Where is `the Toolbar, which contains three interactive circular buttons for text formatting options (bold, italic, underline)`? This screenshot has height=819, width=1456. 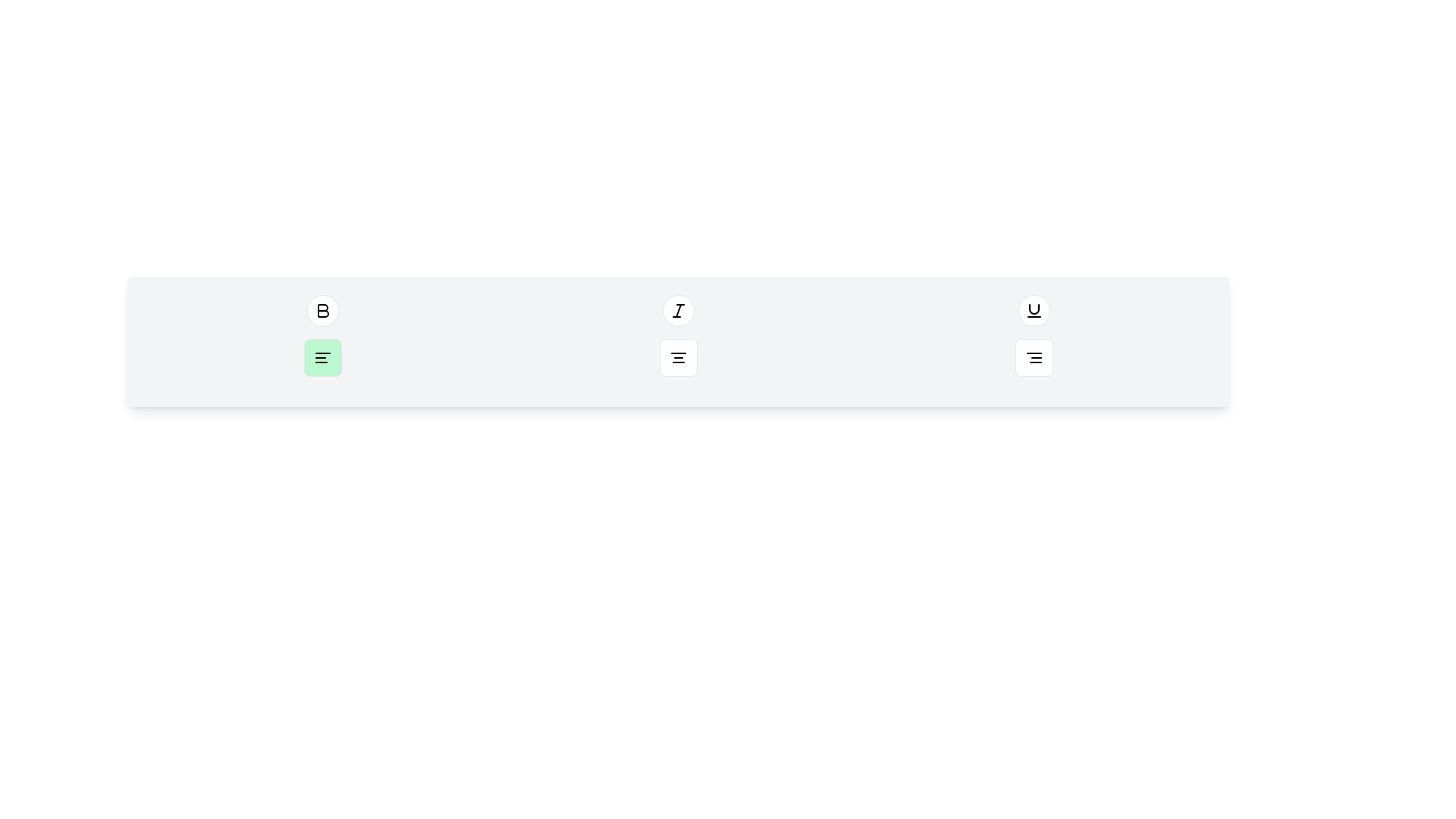
the Toolbar, which contains three interactive circular buttons for text formatting options (bold, italic, underline) is located at coordinates (677, 309).